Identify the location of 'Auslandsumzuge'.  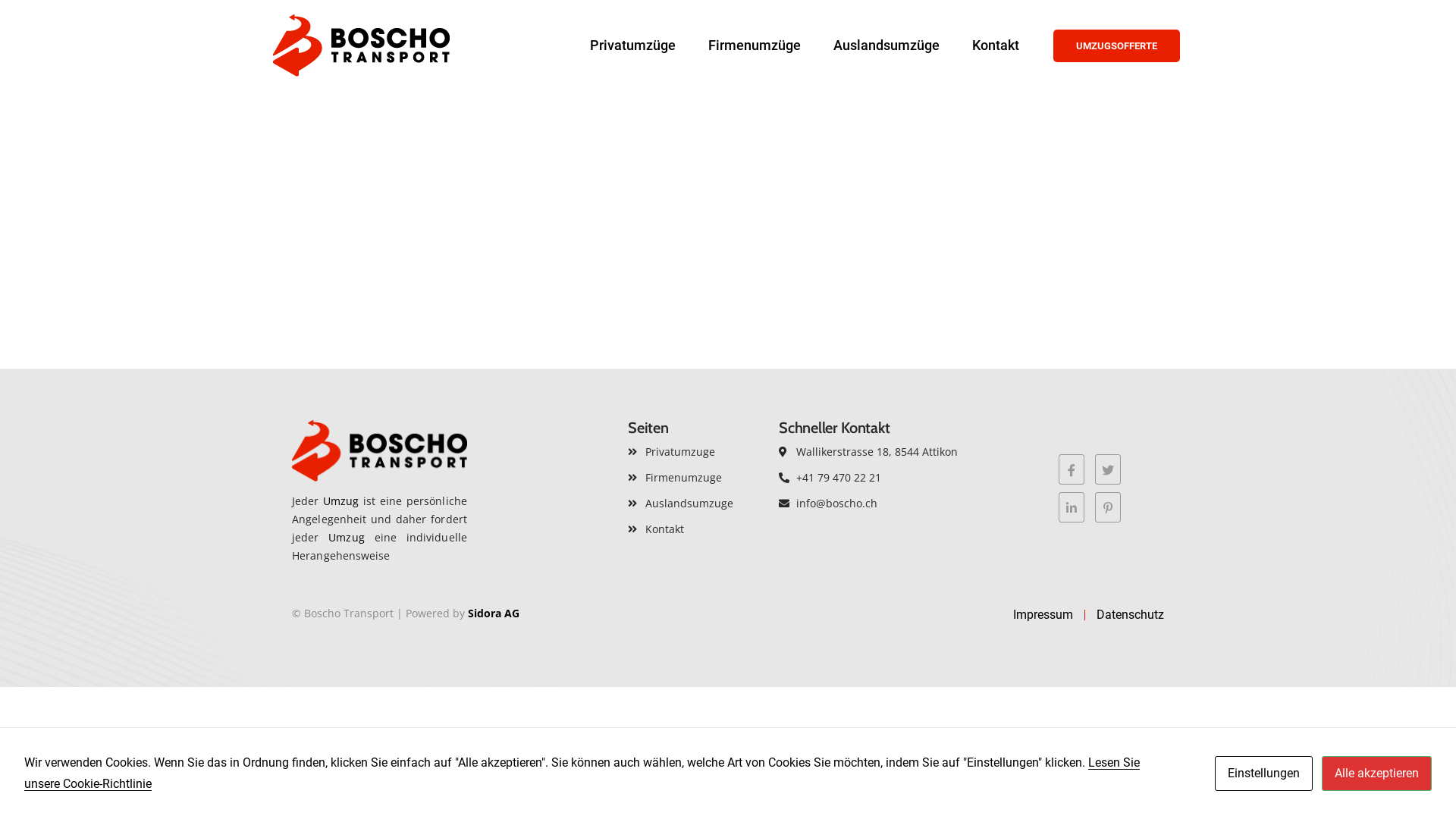
(695, 503).